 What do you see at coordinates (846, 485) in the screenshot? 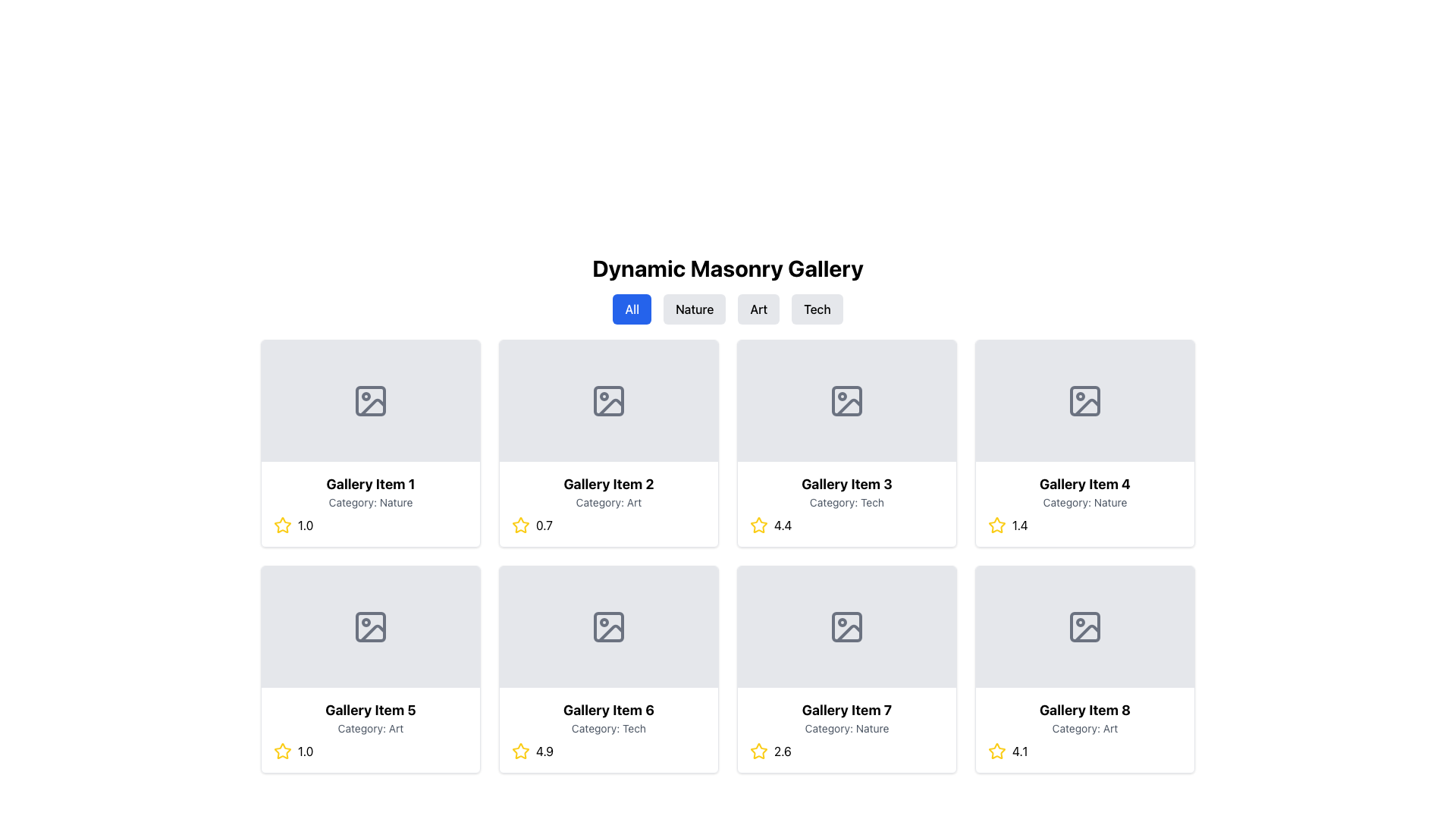
I see `the Text Label that serves as a title for the gallery item, located in the second row and third column of the layout` at bounding box center [846, 485].